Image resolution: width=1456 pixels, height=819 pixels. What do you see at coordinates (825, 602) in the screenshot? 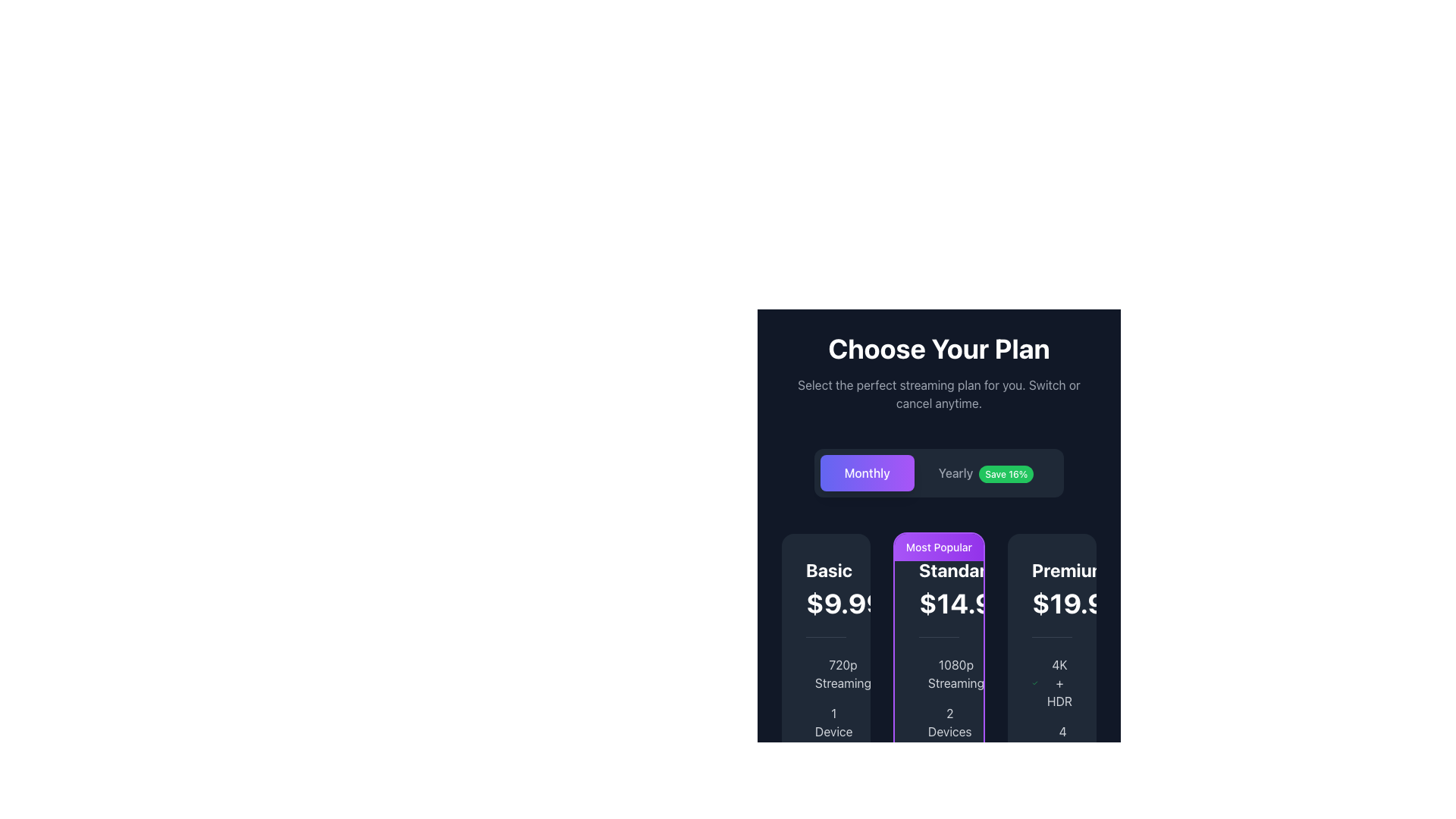
I see `the static text element displaying the cost of the 'Basic' subscription plan, located under the 'Basic' label in the leftmost pricing plan card` at bounding box center [825, 602].